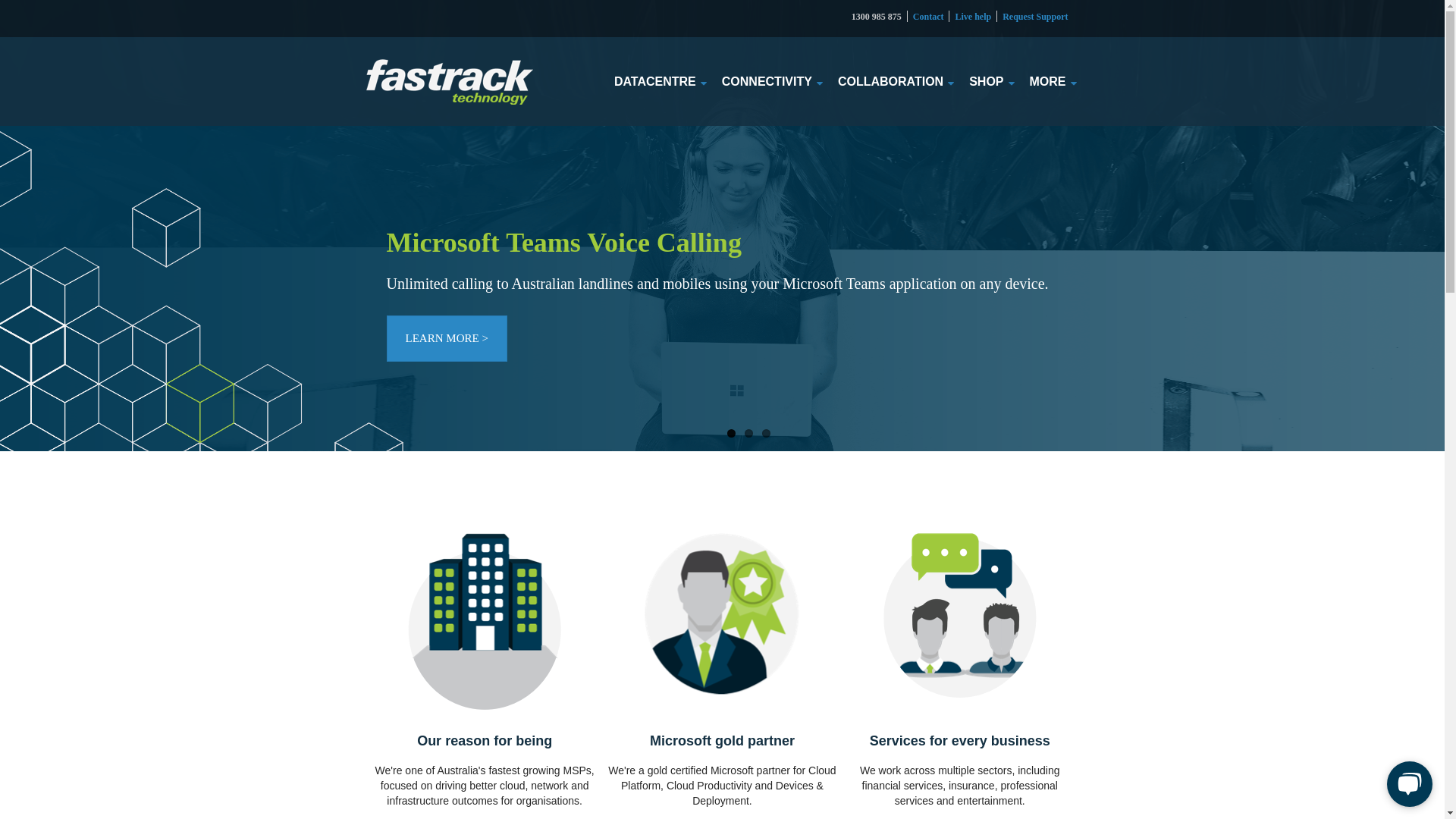 The image size is (1456, 819). I want to click on 'LEARN MORE >', so click(446, 337).